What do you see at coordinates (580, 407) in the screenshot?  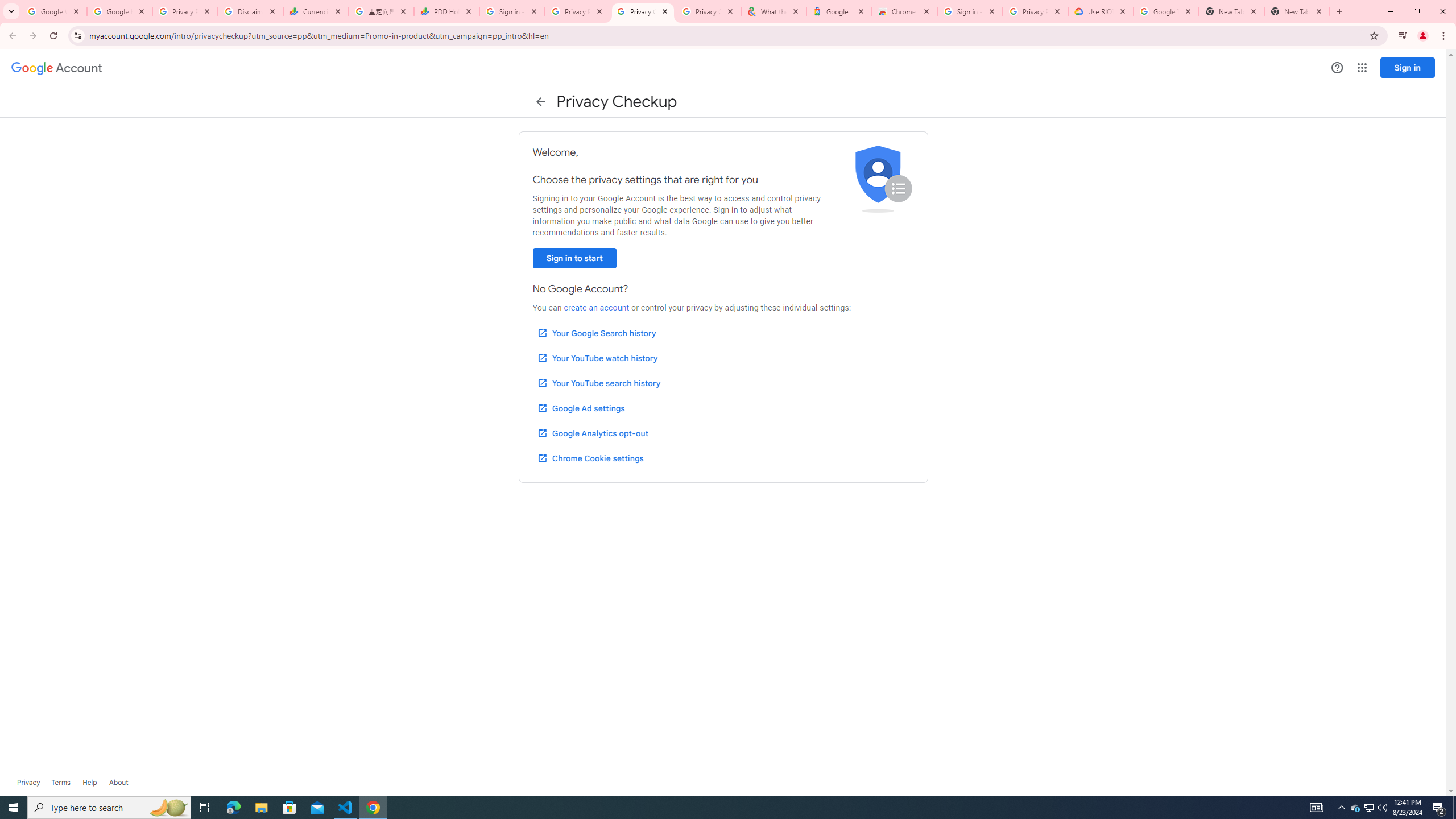 I see `'Google Ad settings'` at bounding box center [580, 407].